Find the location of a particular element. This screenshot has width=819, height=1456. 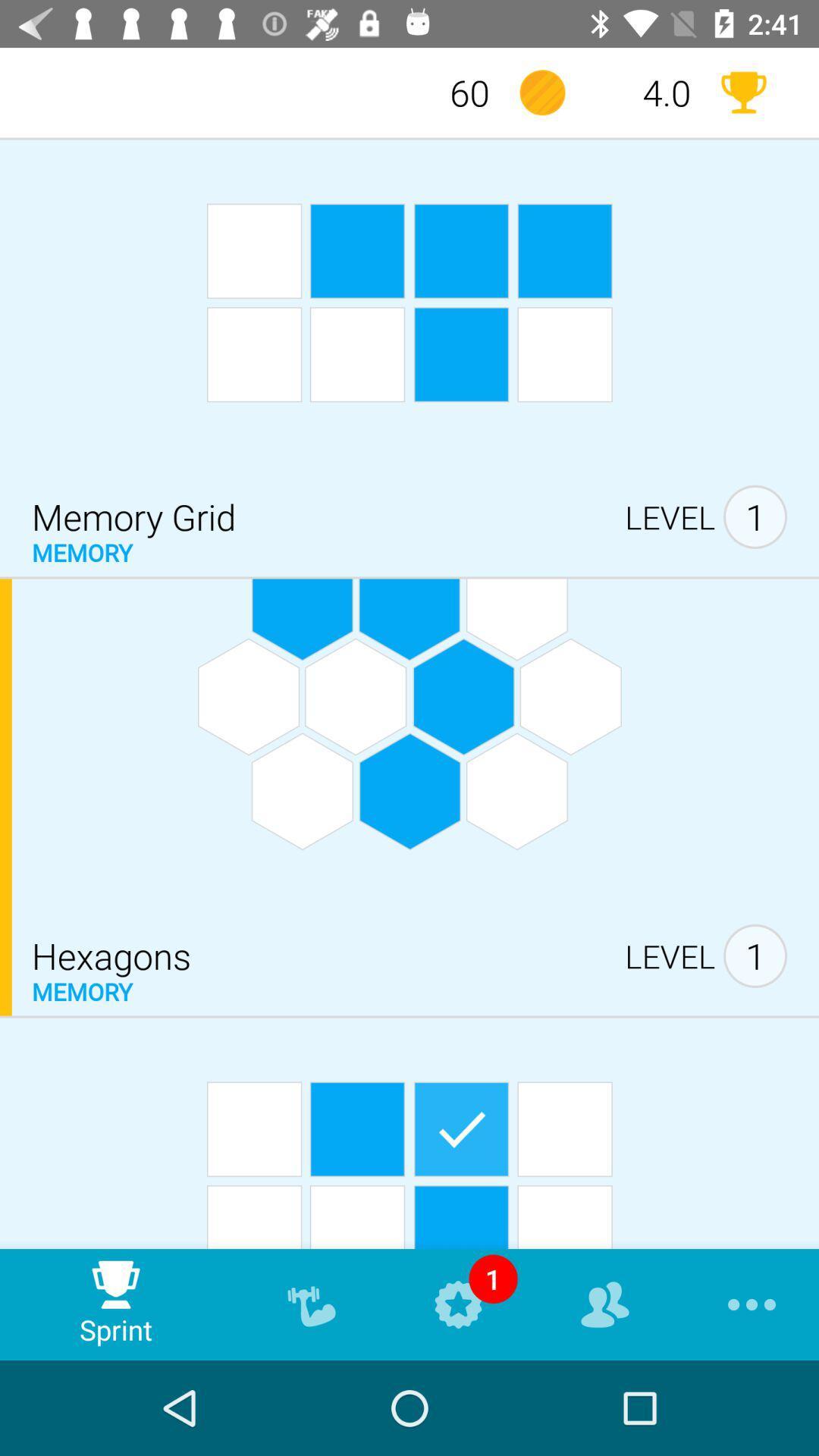

the item next to the 60 is located at coordinates (541, 92).